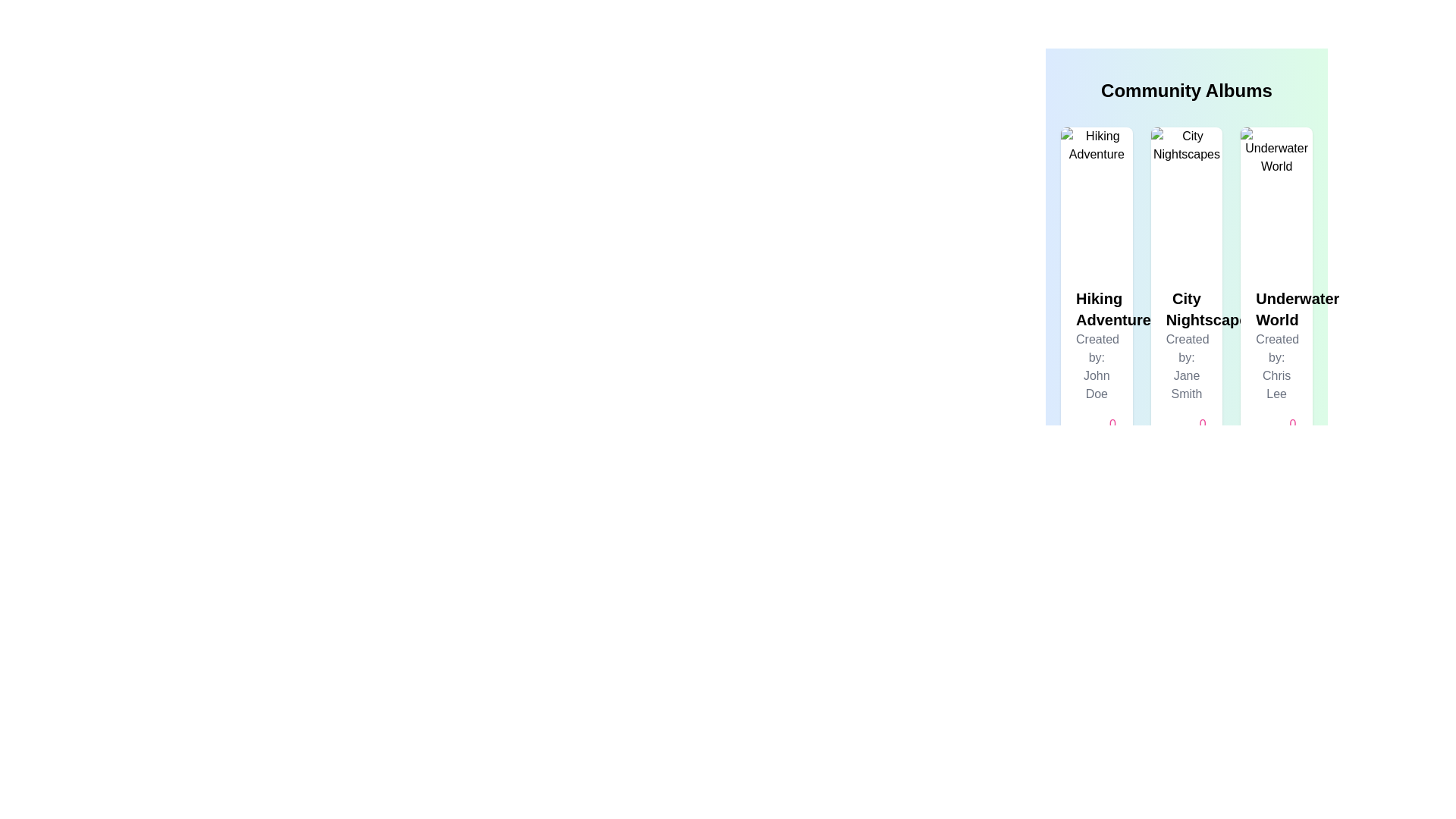  Describe the element at coordinates (1185, 199) in the screenshot. I see `the image representing 'City Nightscapes'` at that location.